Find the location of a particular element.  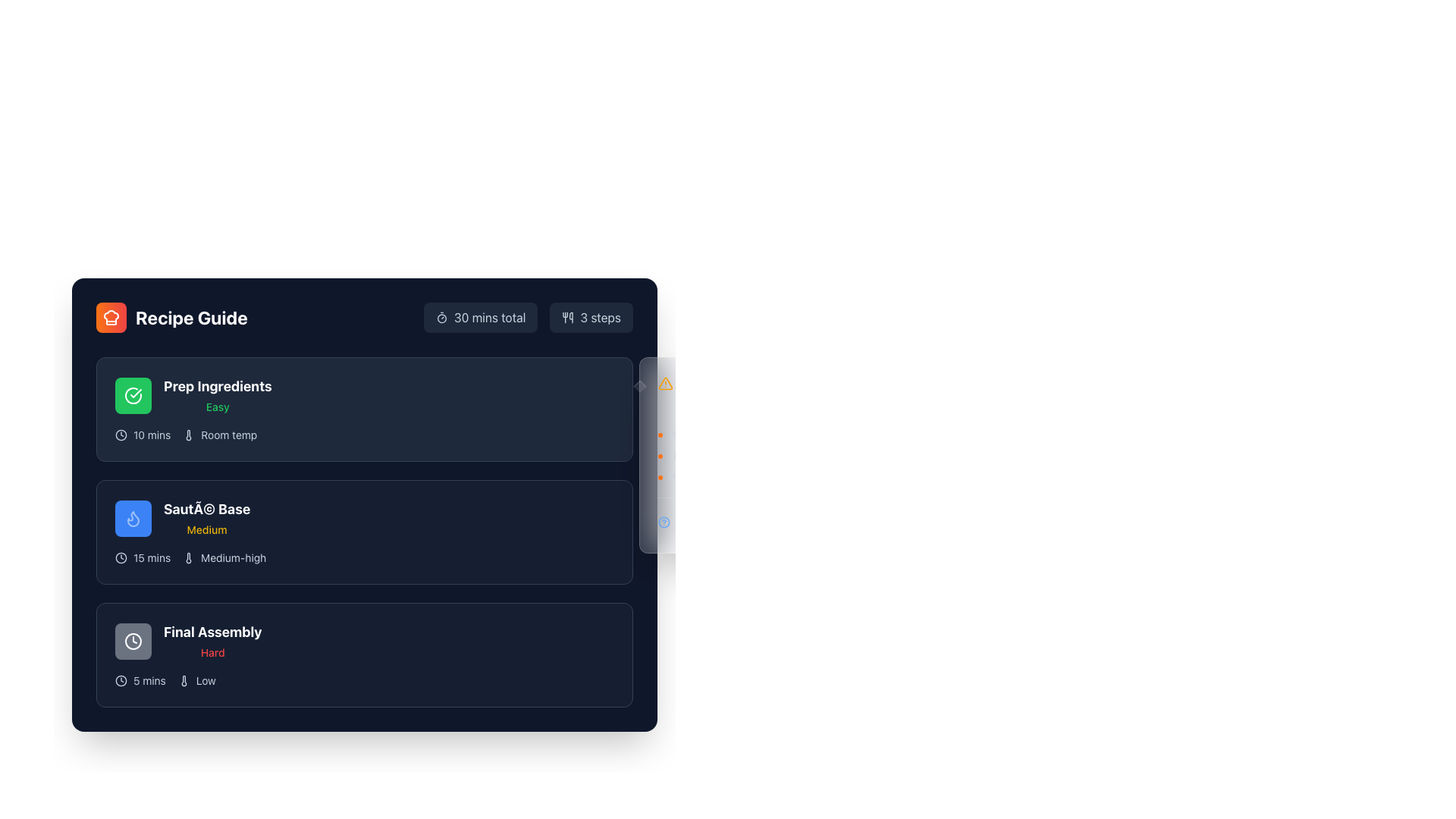

the 'Recipe Guide' icon located at the top-left corner of the interface is located at coordinates (111, 317).